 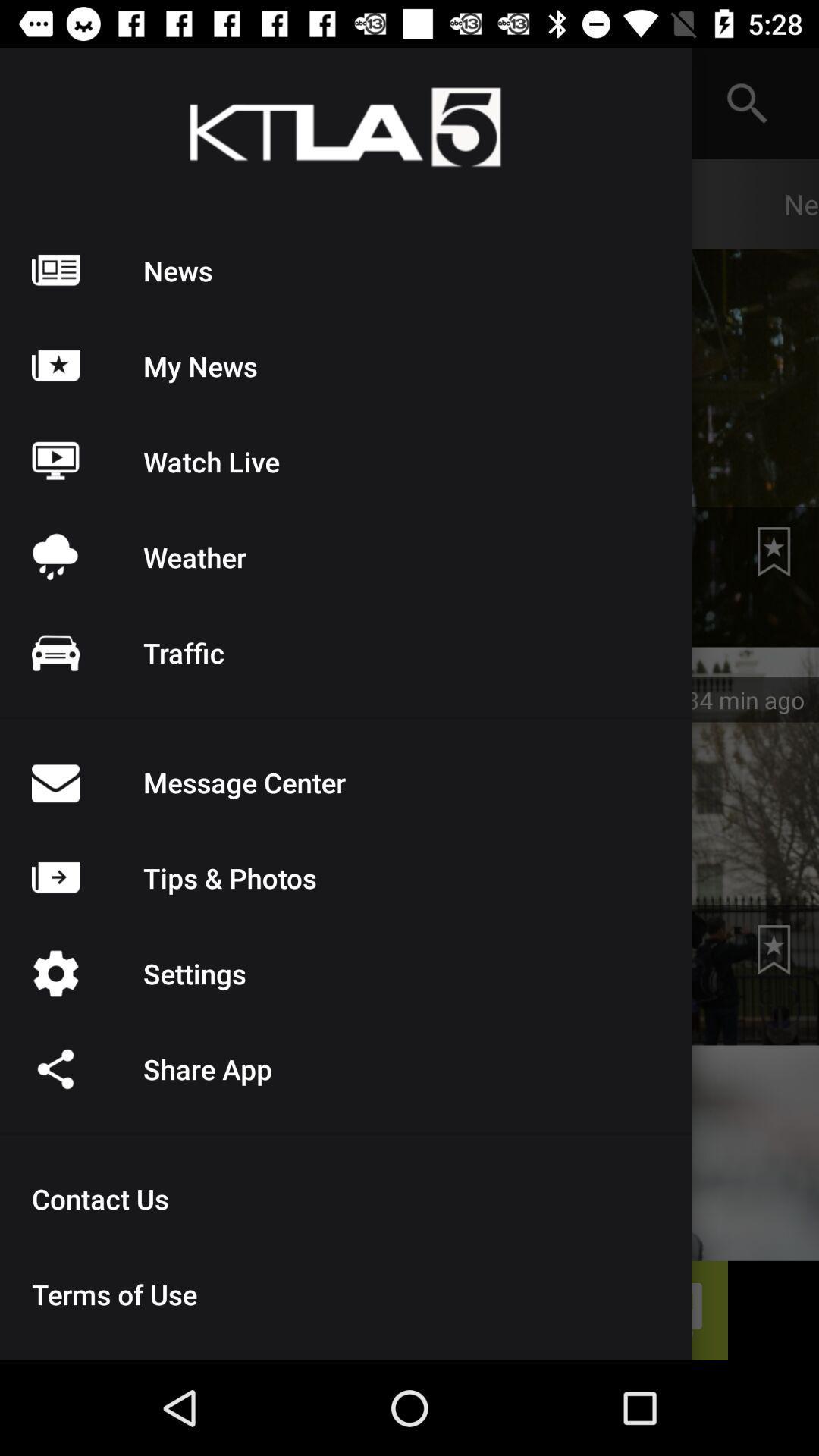 What do you see at coordinates (746, 102) in the screenshot?
I see `the search icon` at bounding box center [746, 102].